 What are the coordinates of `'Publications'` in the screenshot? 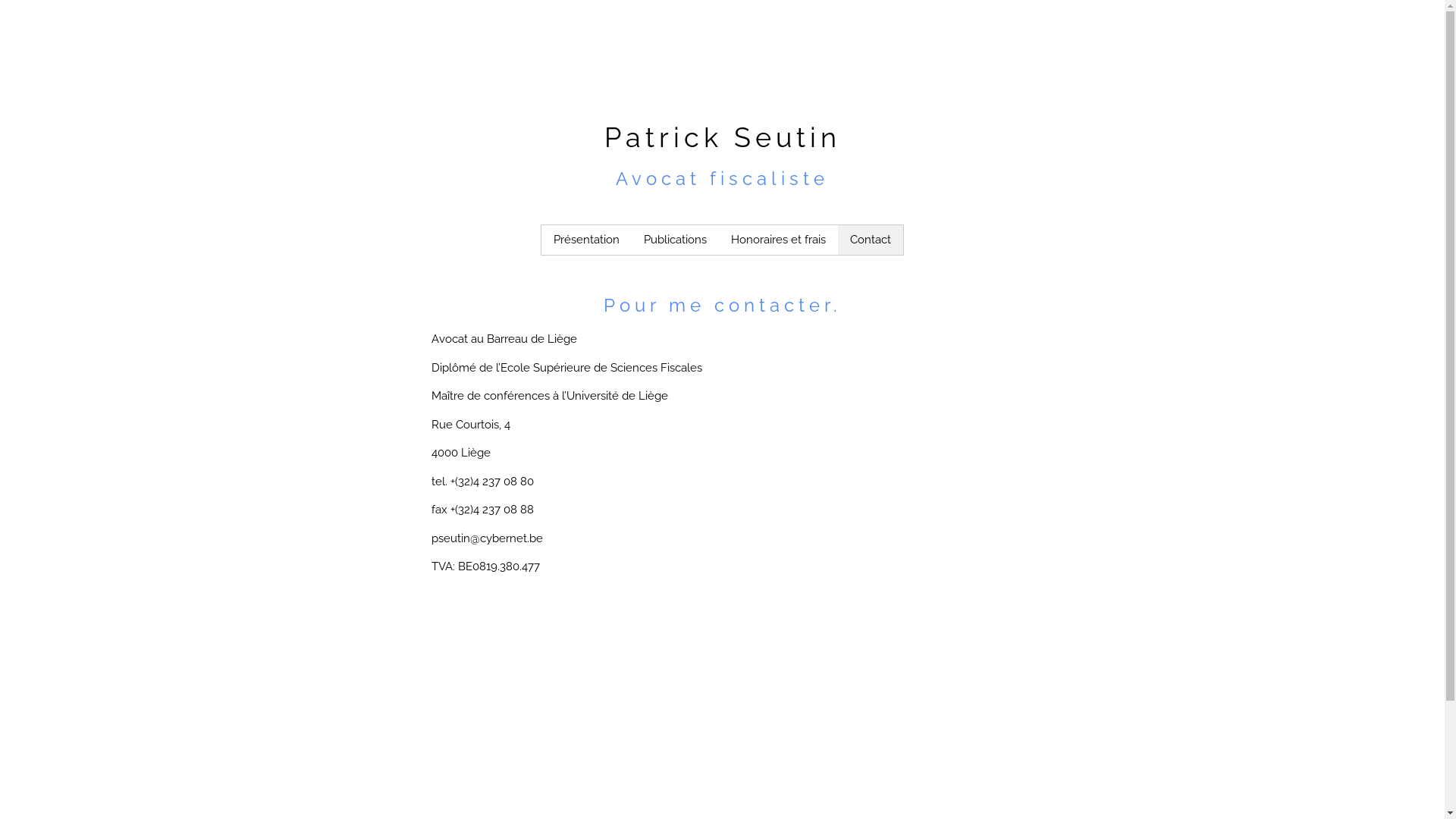 It's located at (632, 239).